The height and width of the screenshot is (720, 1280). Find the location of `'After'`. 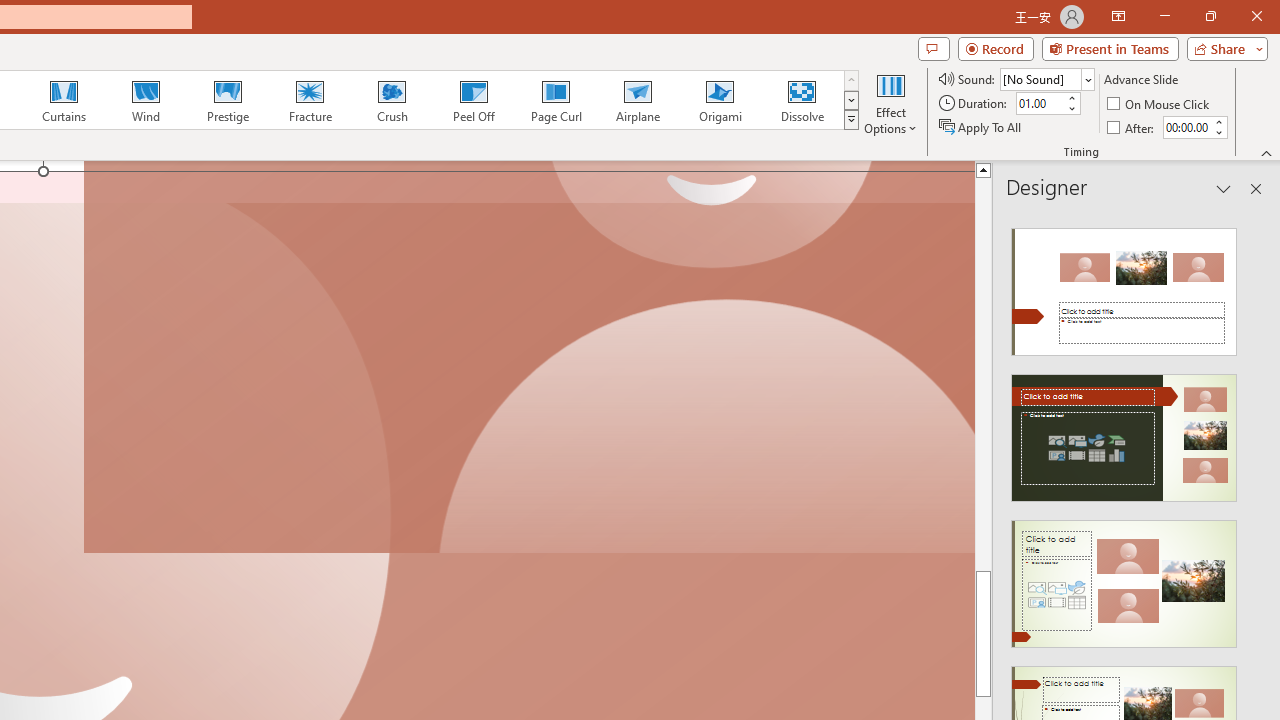

'After' is located at coordinates (1132, 127).